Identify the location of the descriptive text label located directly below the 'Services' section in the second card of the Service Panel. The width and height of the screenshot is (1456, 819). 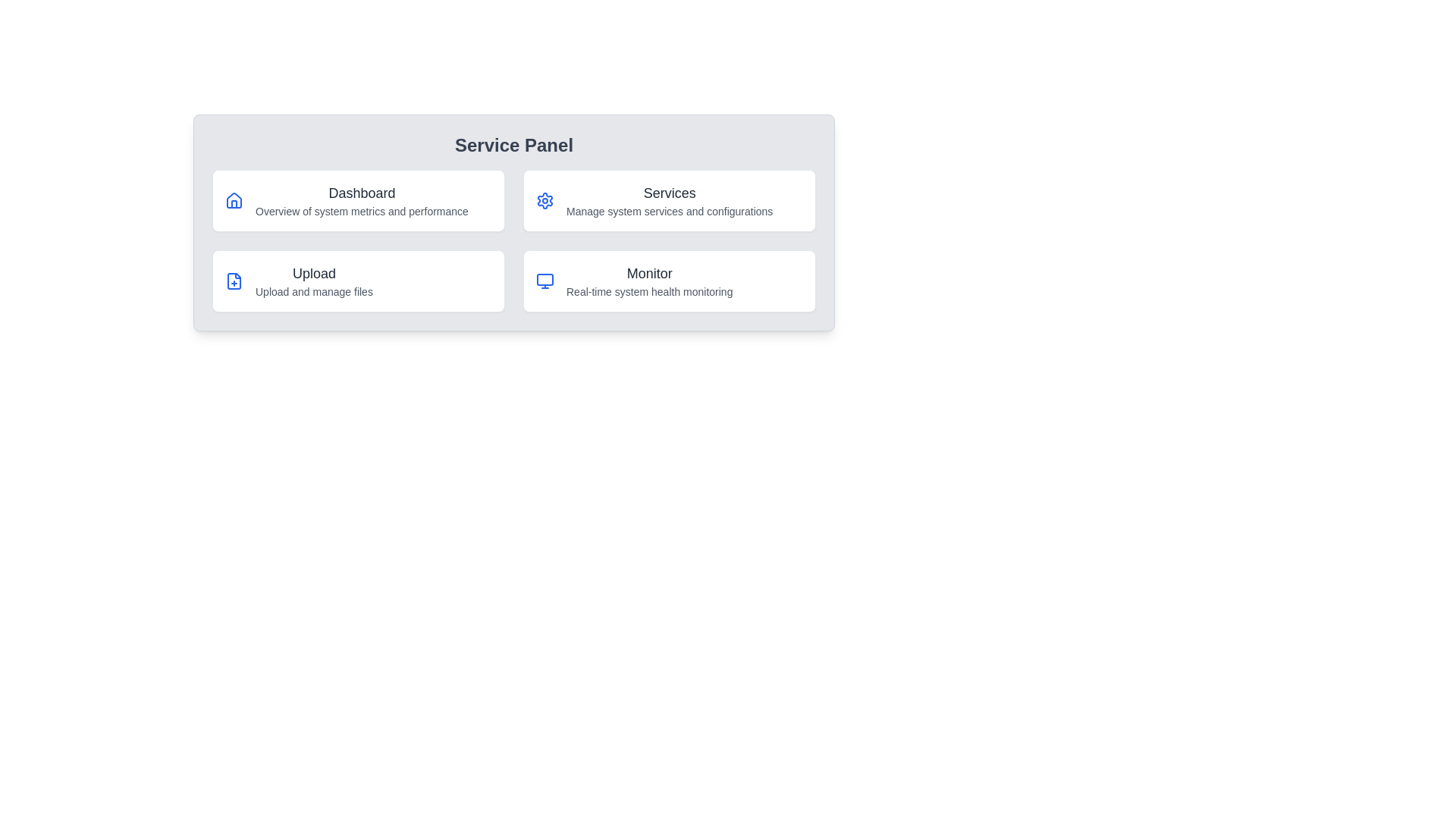
(669, 211).